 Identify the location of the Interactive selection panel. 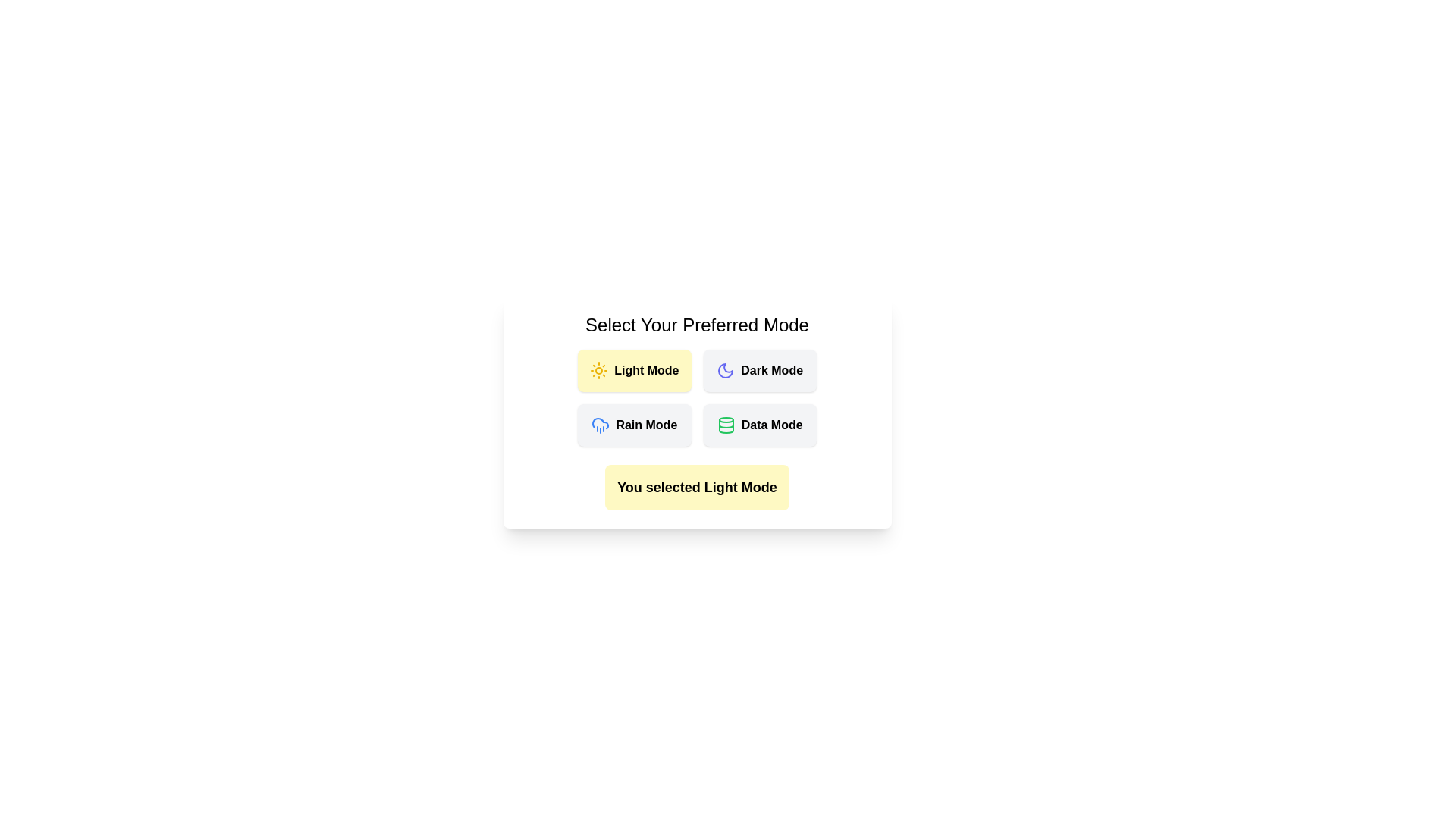
(696, 412).